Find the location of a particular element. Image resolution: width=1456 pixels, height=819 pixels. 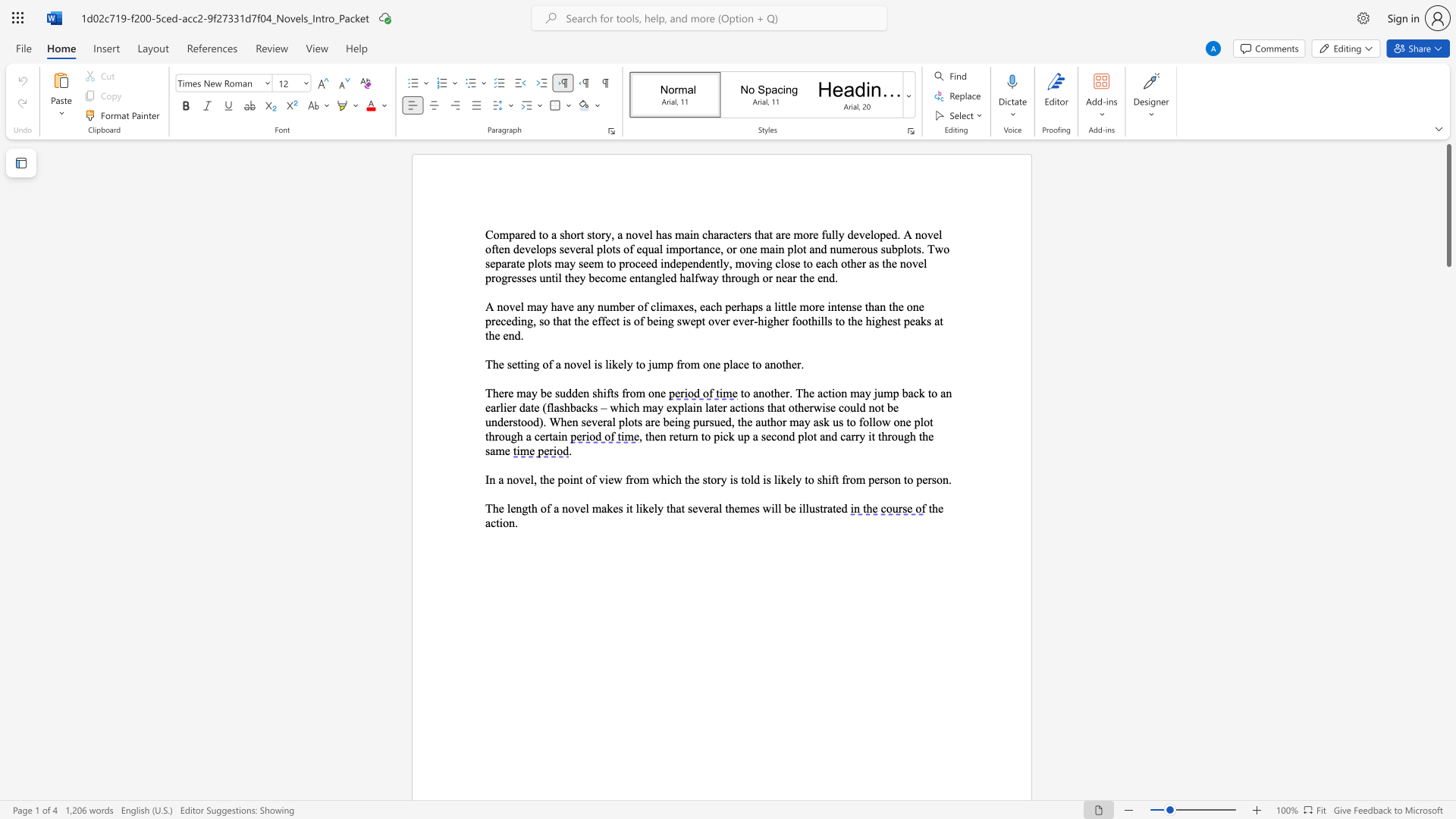

the 1th character "t" in the text is located at coordinates (540, 234).